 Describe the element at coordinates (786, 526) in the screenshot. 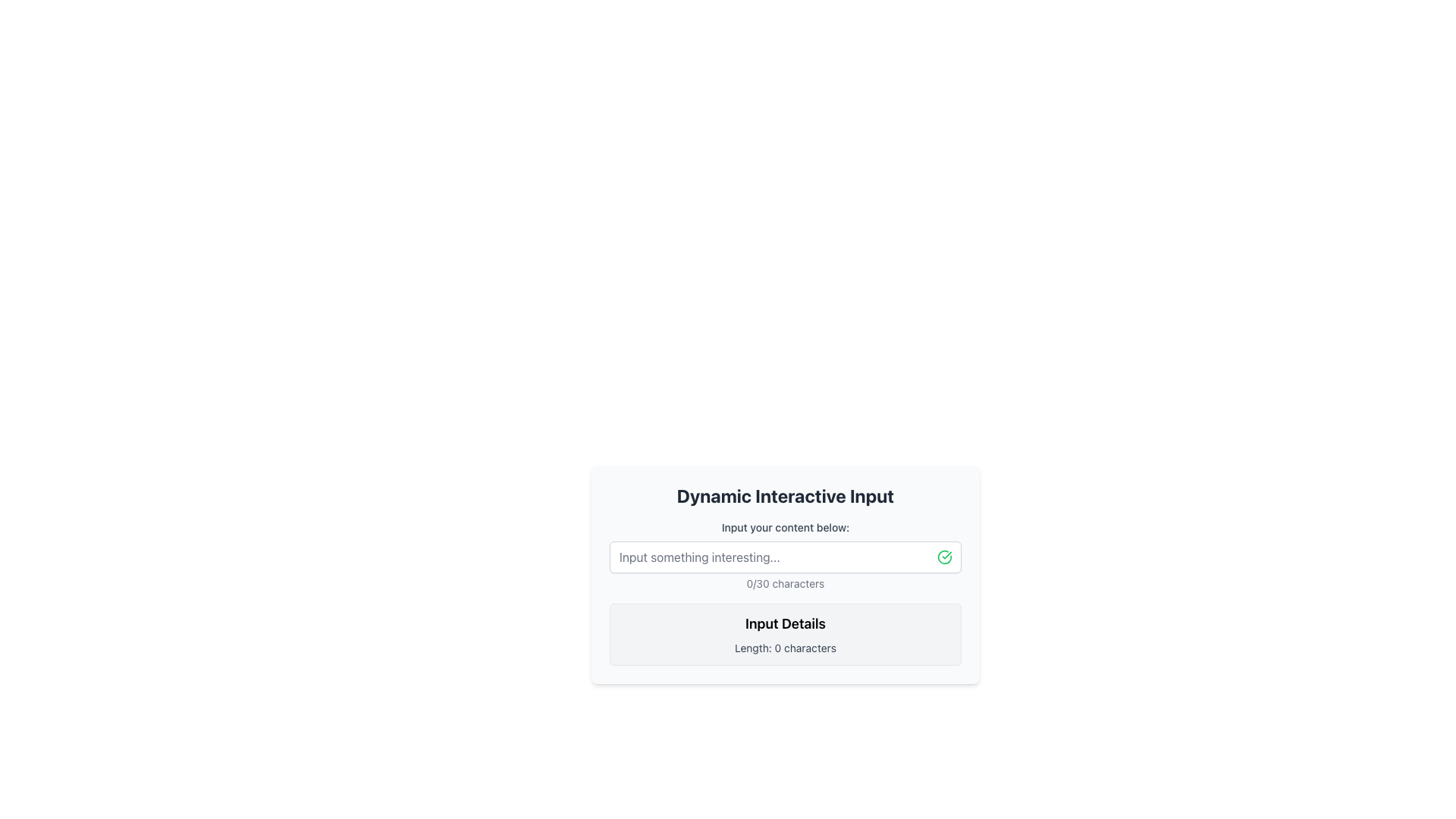

I see `the text label that reads 'Input your content below:', which is prominently displayed above an input field in light gray color` at that location.